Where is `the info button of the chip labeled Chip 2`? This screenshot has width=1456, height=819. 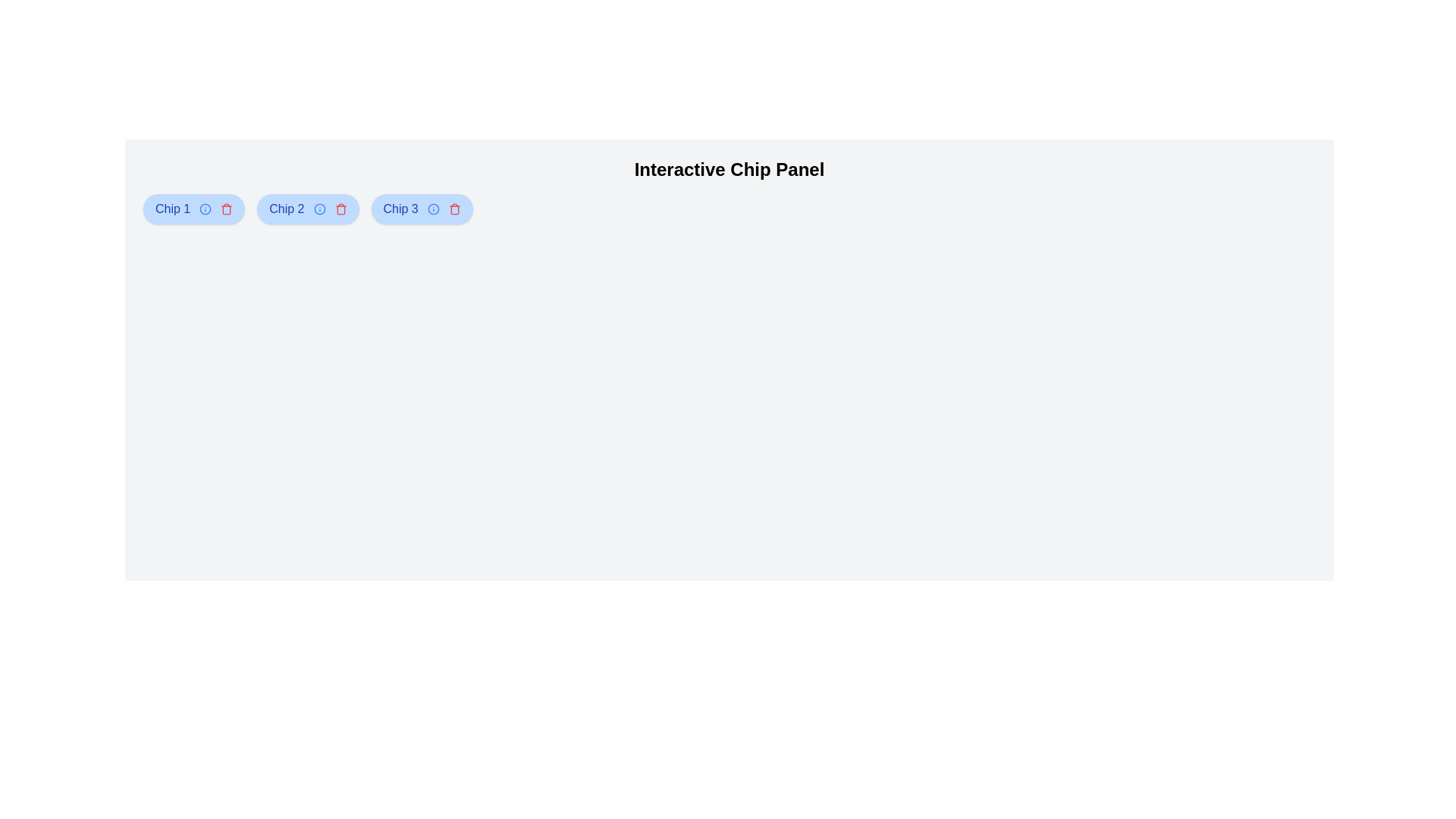 the info button of the chip labeled Chip 2 is located at coordinates (318, 209).